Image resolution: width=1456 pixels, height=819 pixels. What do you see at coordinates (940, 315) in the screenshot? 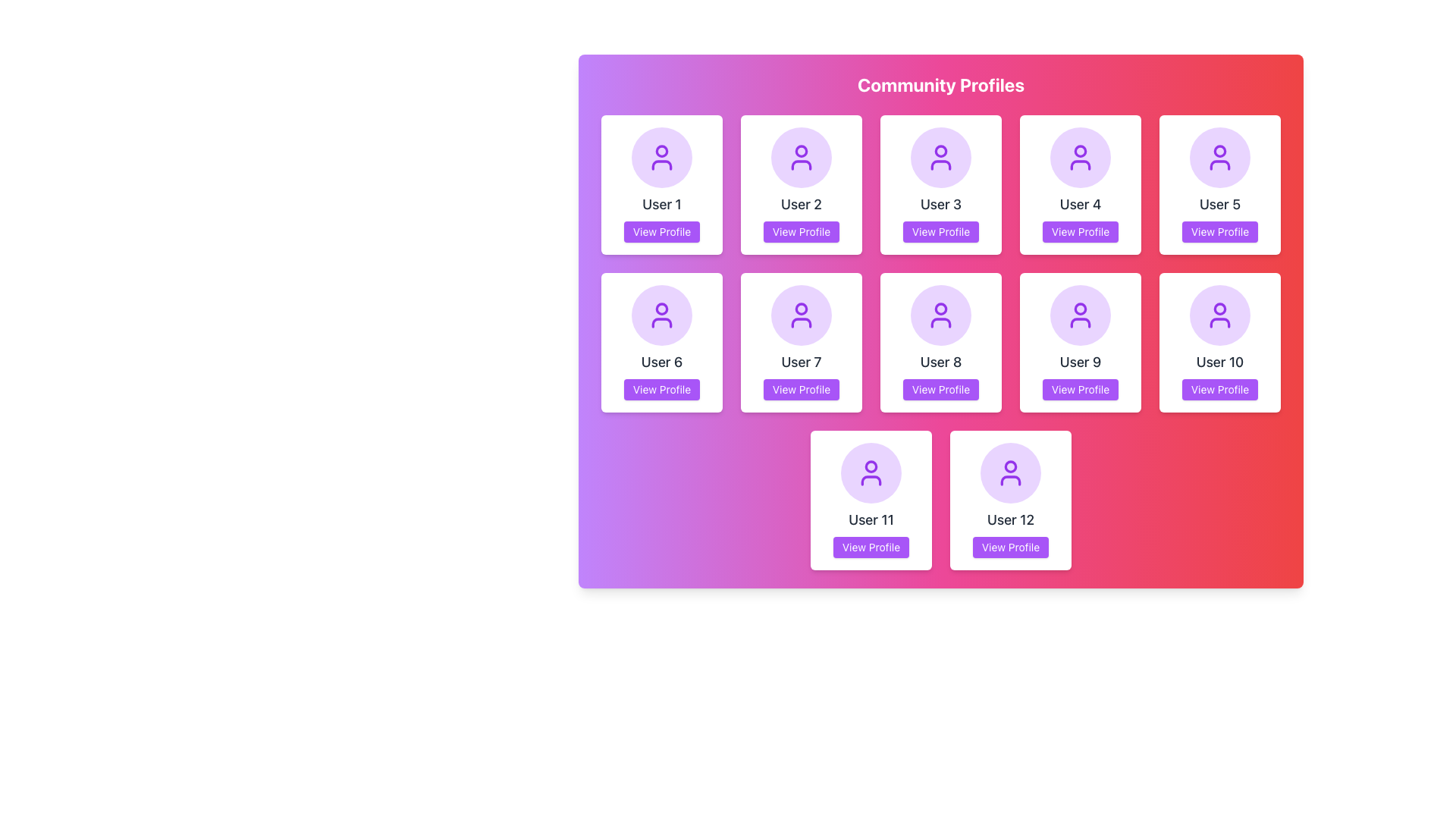
I see `the circular avatar placeholder icon with a purple background and minimalist user symbol, associated with the user profile labeled 'User 8'` at bounding box center [940, 315].